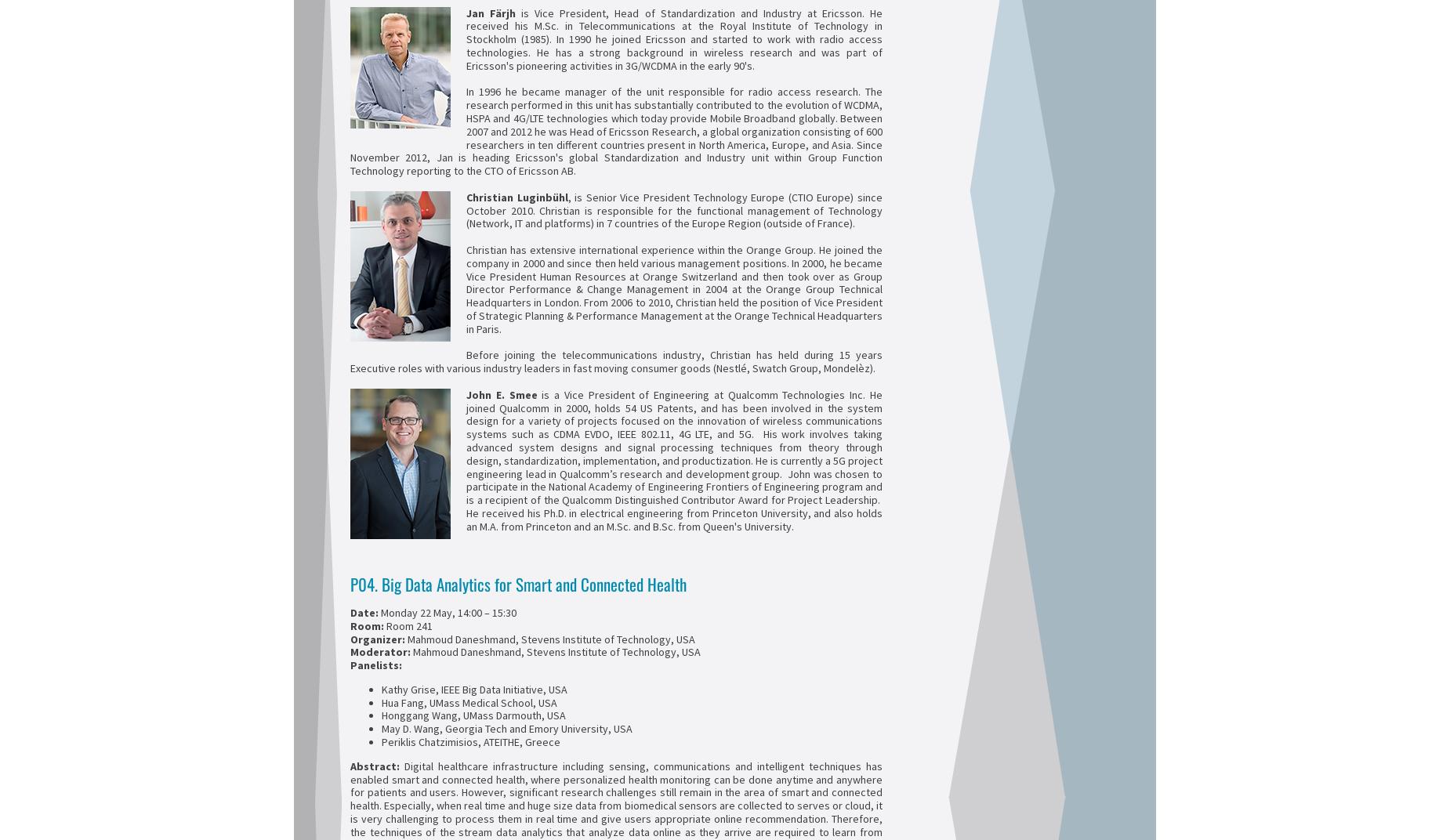  Describe the element at coordinates (349, 765) in the screenshot. I see `'Abstract:'` at that location.